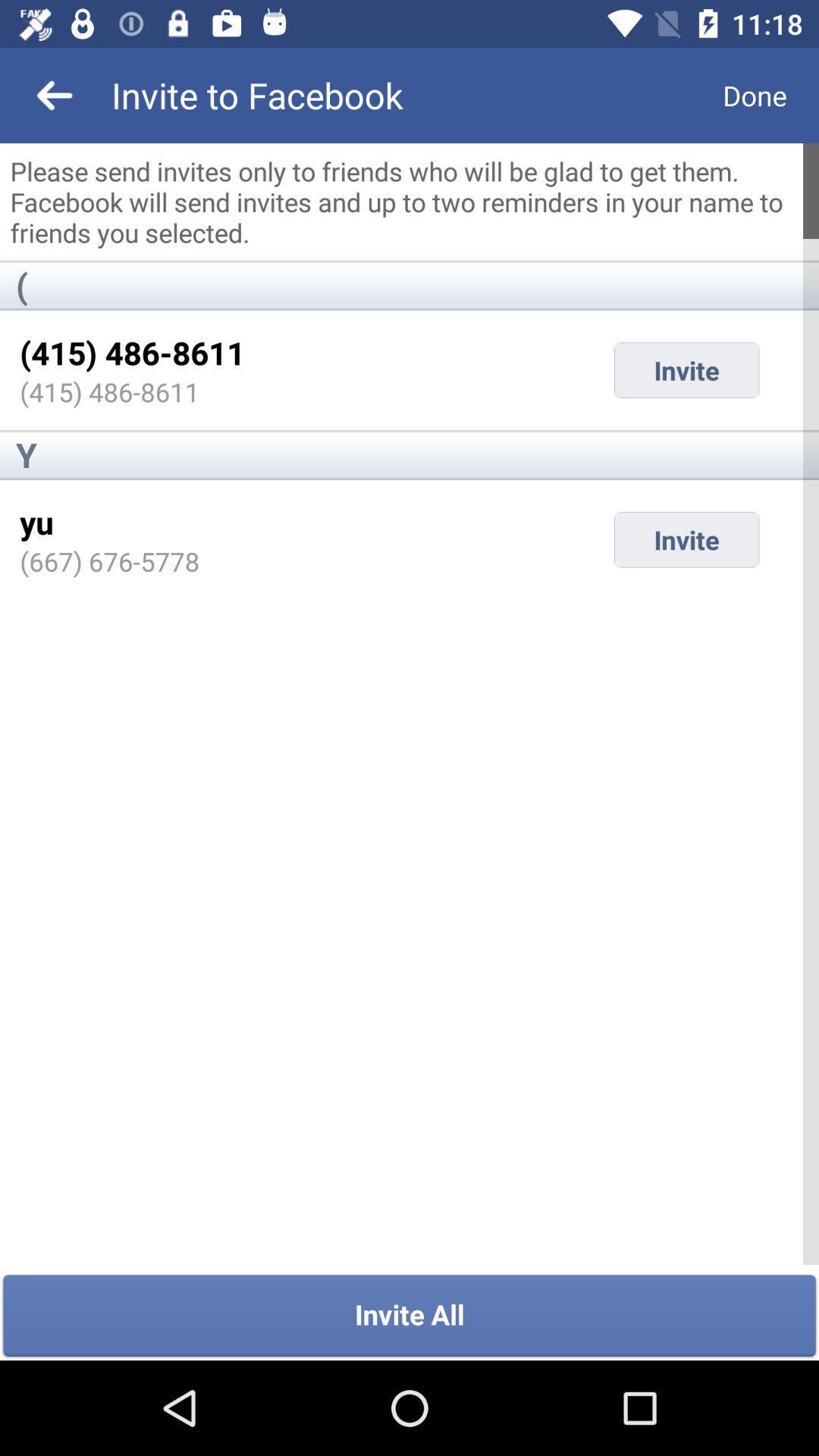  What do you see at coordinates (36, 522) in the screenshot?
I see `the icon below the y` at bounding box center [36, 522].